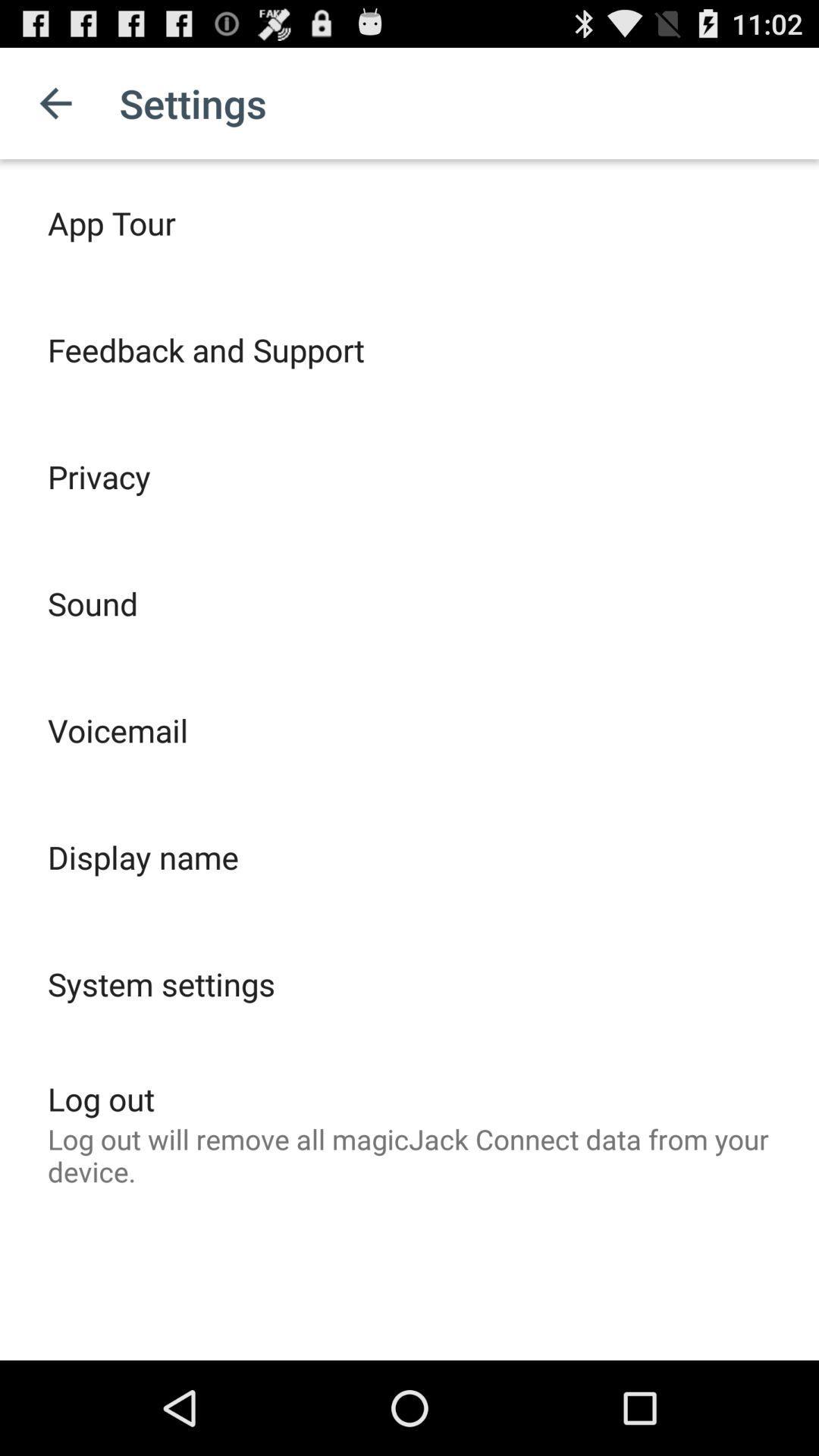  Describe the element at coordinates (99, 475) in the screenshot. I see `the item below the feedback and support icon` at that location.